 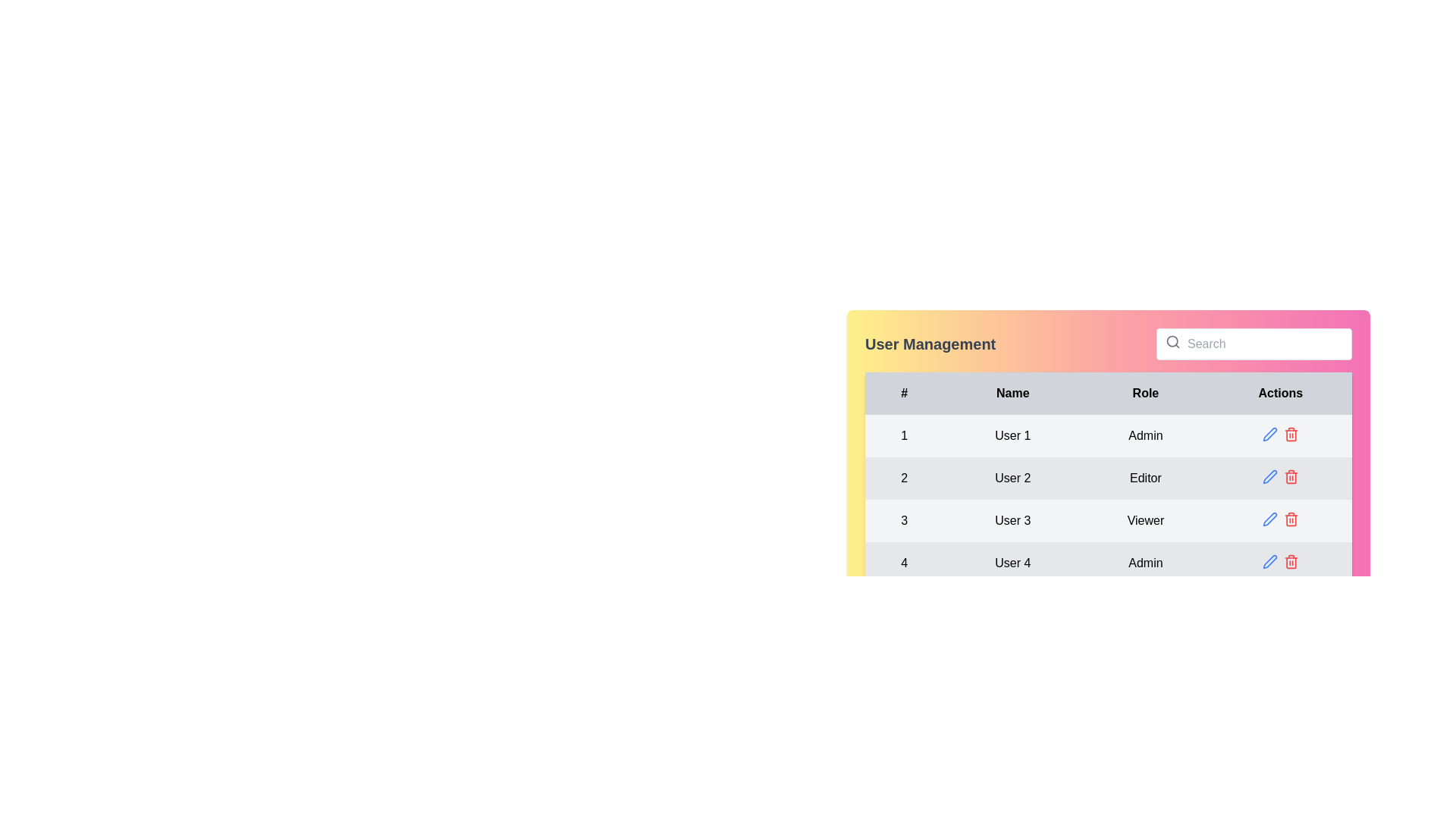 What do you see at coordinates (904, 519) in the screenshot?
I see `the numeral '3' displayed in the first column of the third row of the user management table, which is styled with center-aligned text on a light gray background` at bounding box center [904, 519].